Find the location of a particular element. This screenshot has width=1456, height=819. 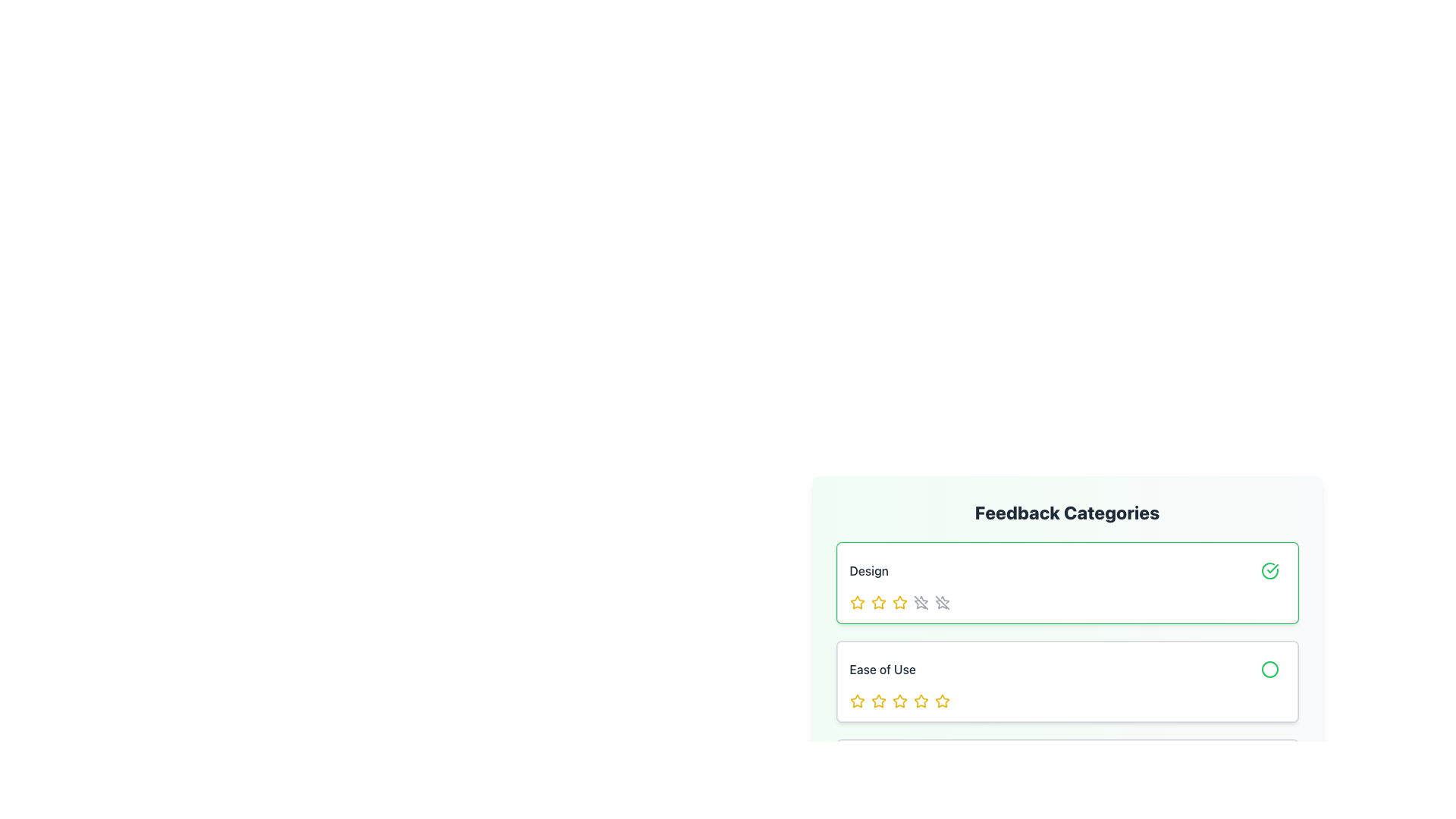

the fifth star icon representing the highest rating in the 'Design' category of the feedback section is located at coordinates (941, 601).